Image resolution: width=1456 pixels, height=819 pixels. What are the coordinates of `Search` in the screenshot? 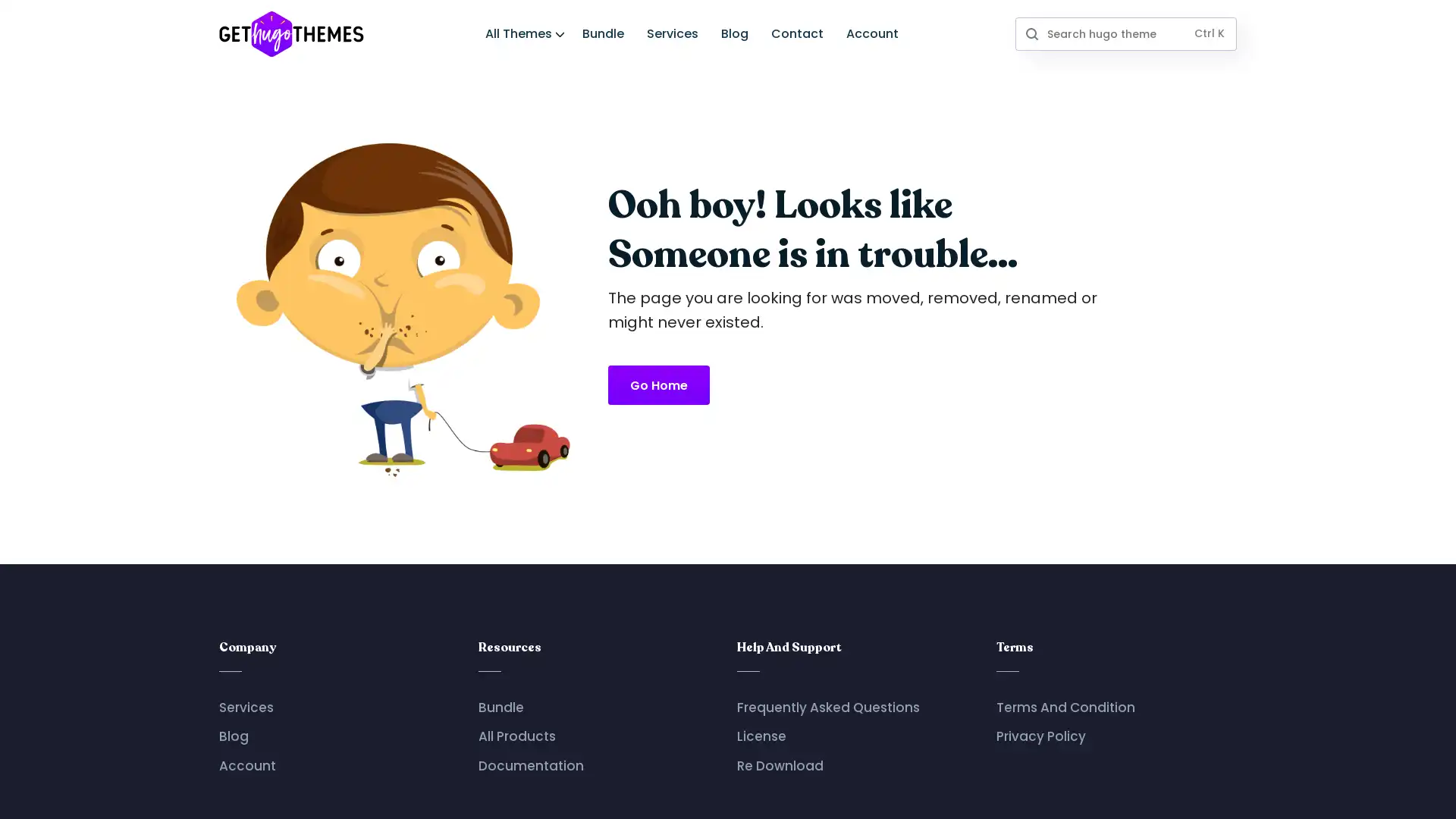 It's located at (1031, 33).